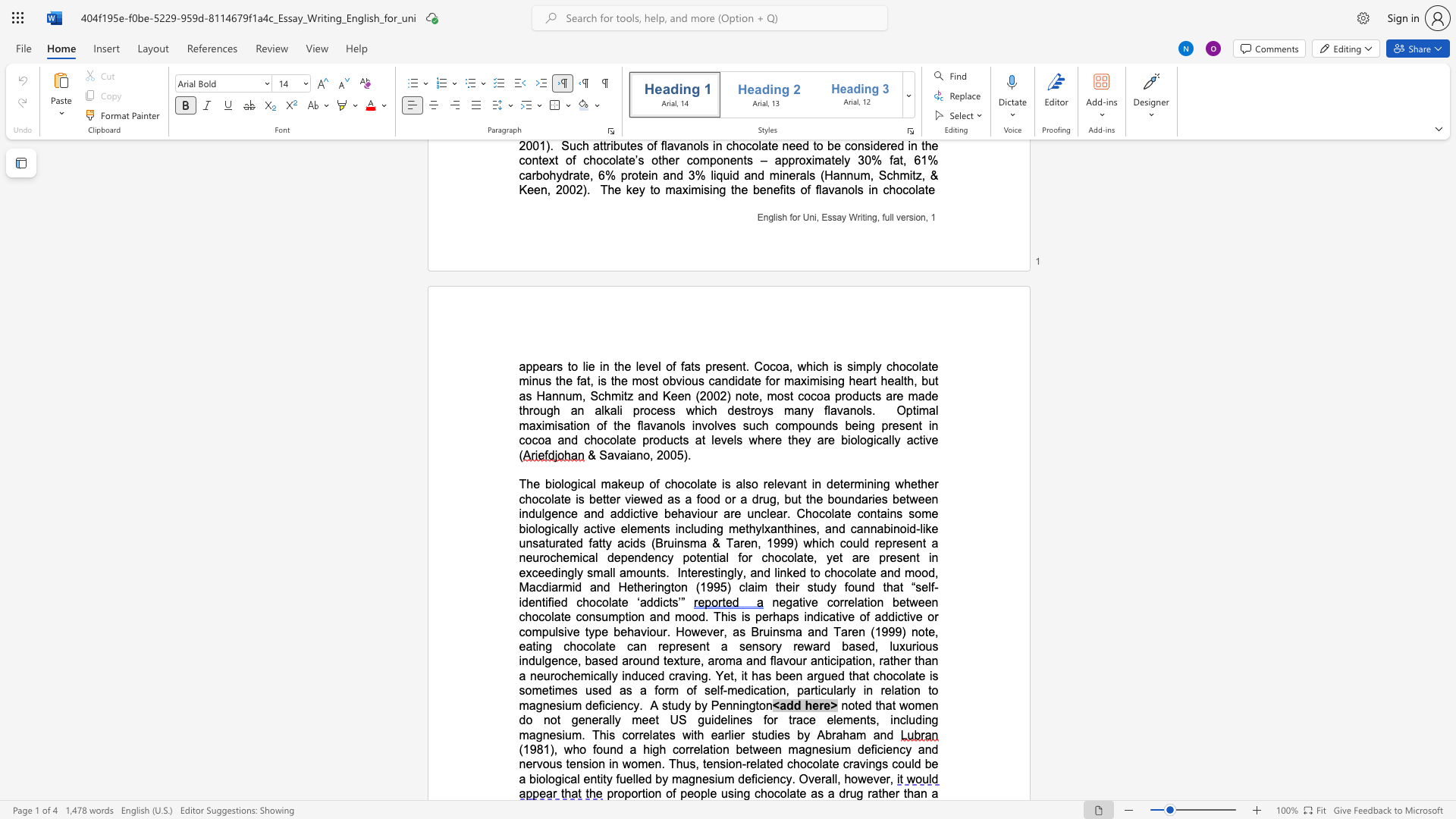 This screenshot has height=819, width=1456. Describe the element at coordinates (595, 601) in the screenshot. I see `the subset text "colate ‘a" within the text "mood, Macdiarmid and Hetherington (1995) claim their study found that “self-identified chocolate ‘addicts’”"` at that location.